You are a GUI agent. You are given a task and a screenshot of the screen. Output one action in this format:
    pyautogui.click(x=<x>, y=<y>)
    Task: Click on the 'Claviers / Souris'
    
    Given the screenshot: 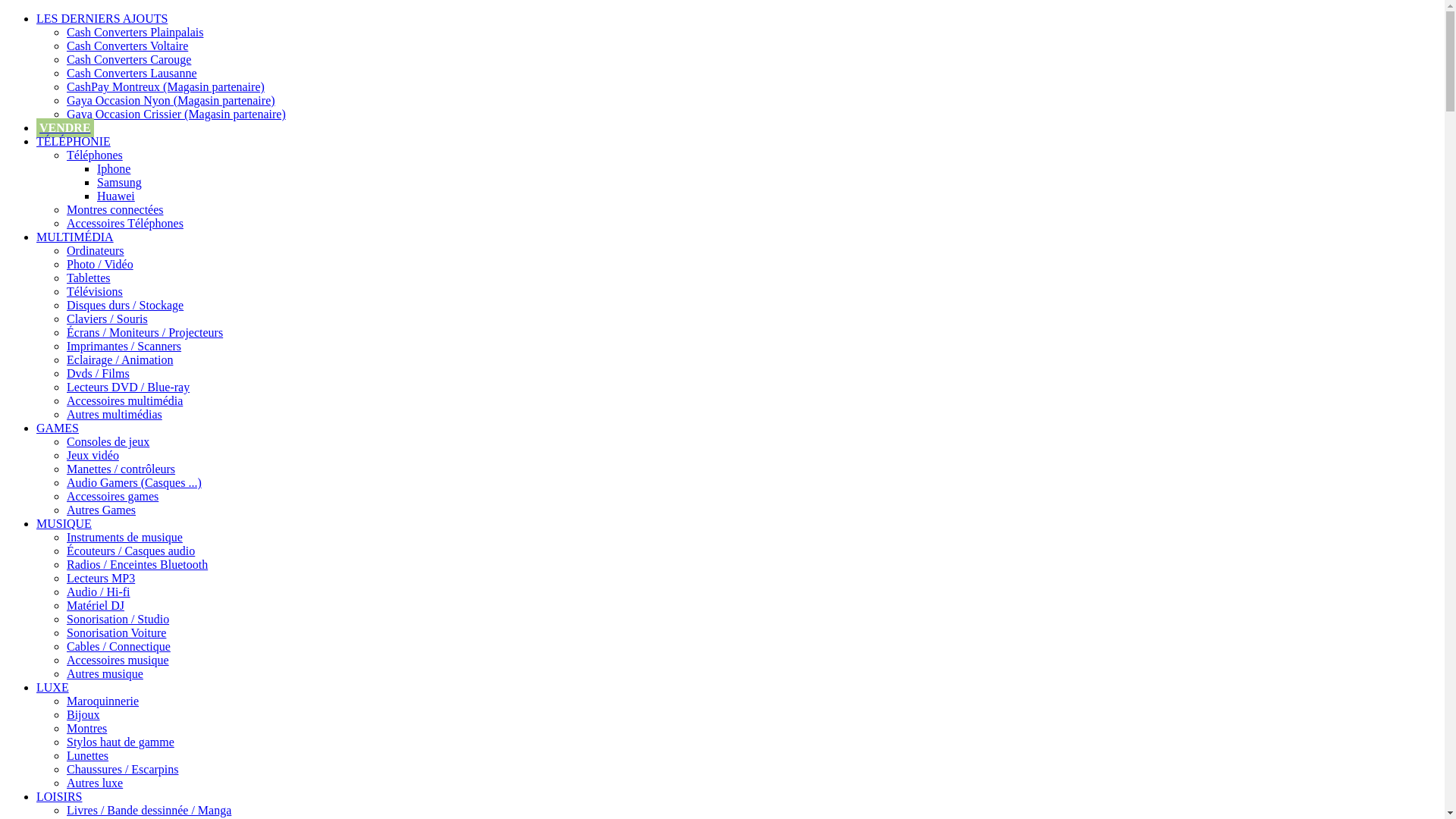 What is the action you would take?
    pyautogui.click(x=65, y=318)
    